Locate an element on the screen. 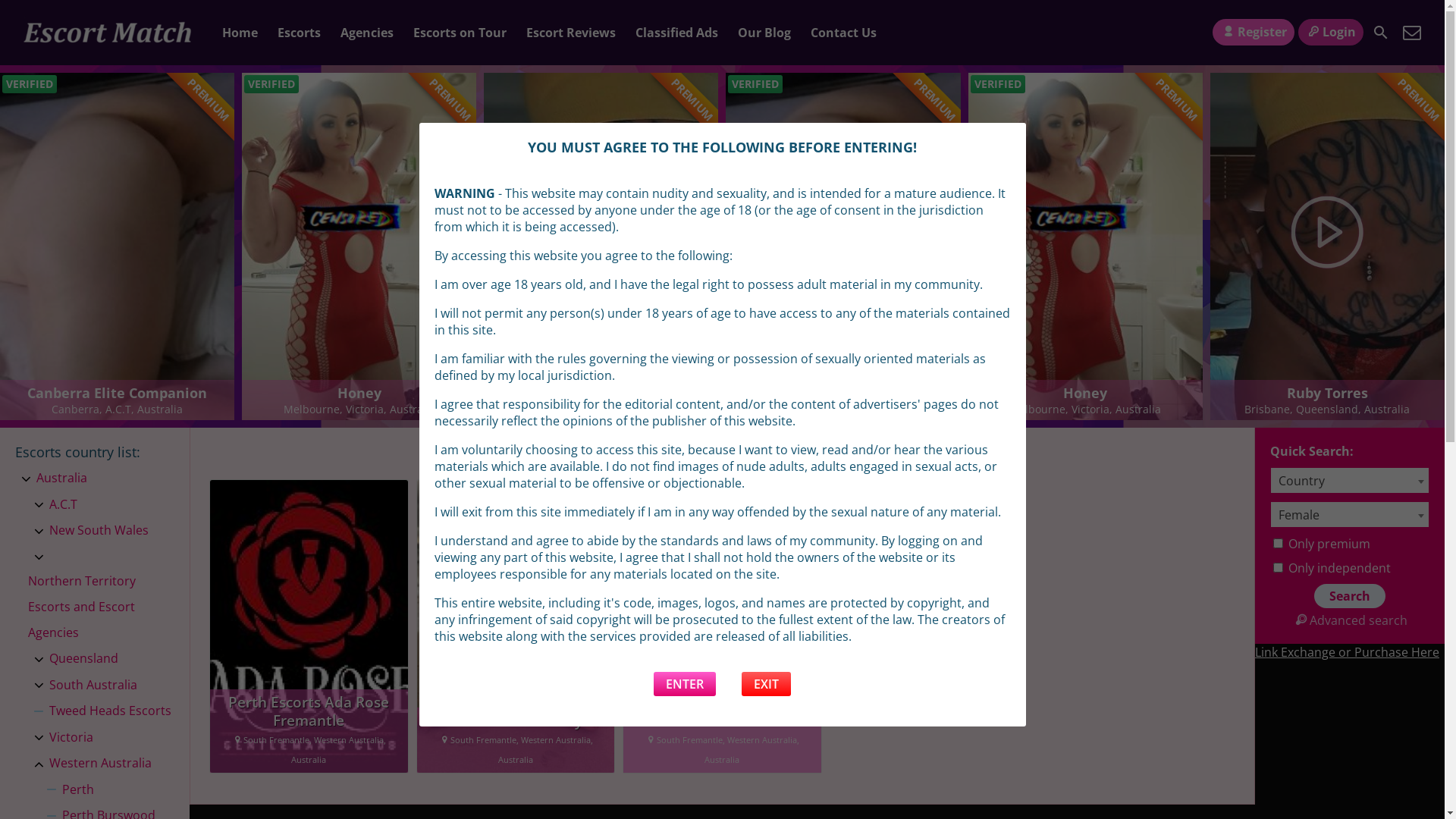  'New South Wales' is located at coordinates (98, 529).